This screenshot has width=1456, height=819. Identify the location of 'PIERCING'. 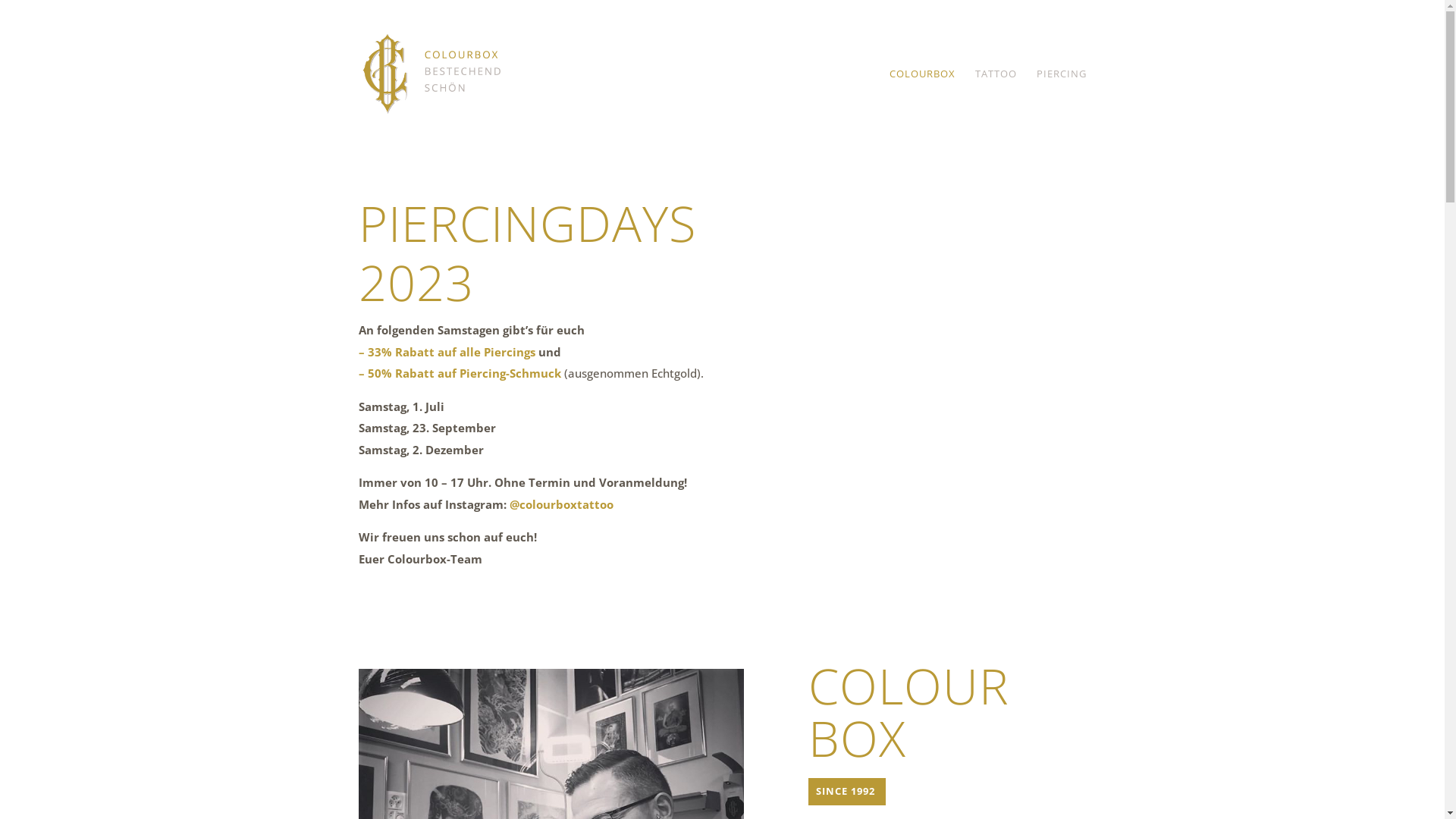
(1059, 107).